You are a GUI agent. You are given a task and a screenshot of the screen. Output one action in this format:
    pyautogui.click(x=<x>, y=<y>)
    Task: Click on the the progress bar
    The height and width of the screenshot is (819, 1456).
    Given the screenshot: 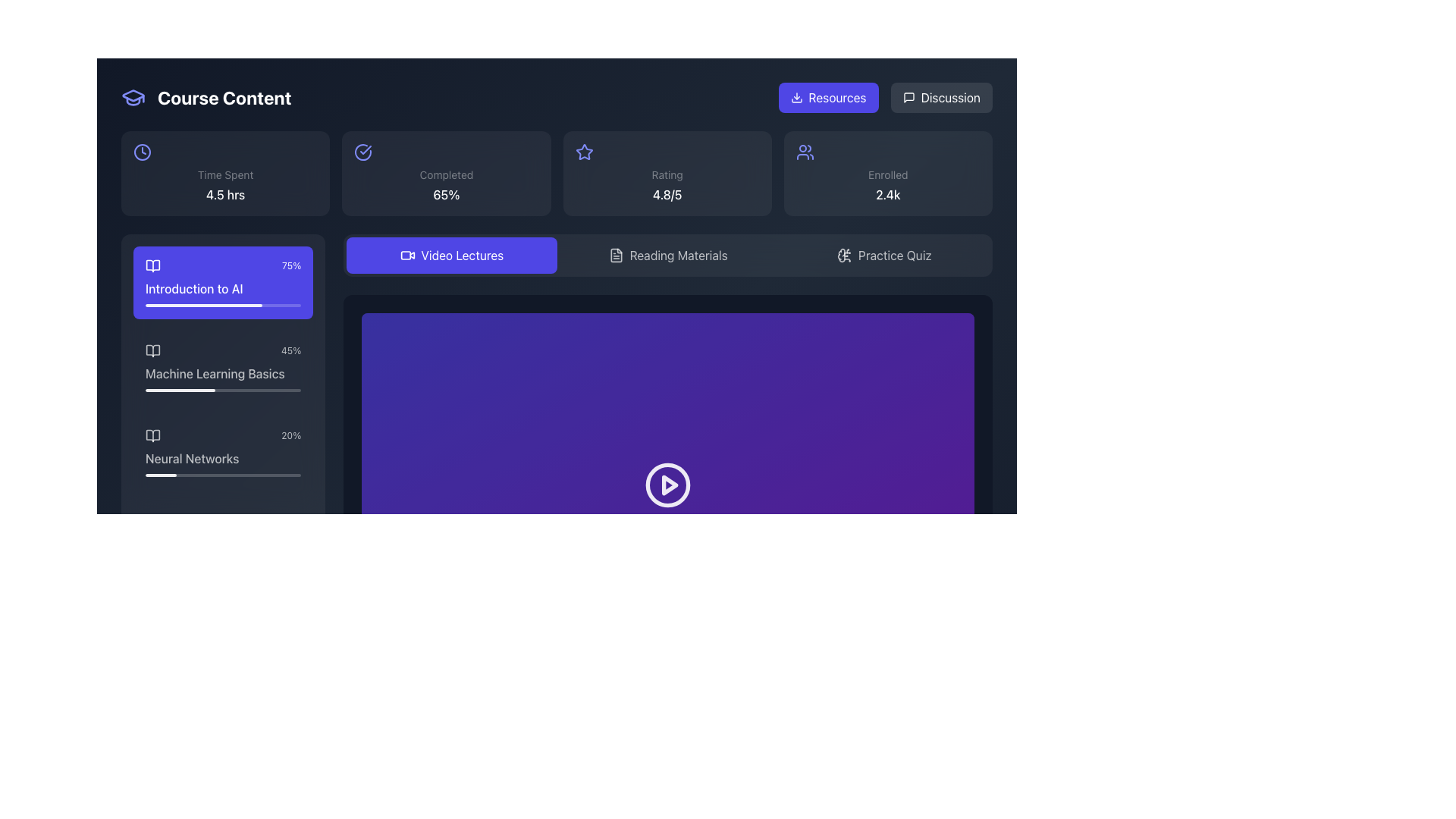 What is the action you would take?
    pyautogui.click(x=203, y=305)
    